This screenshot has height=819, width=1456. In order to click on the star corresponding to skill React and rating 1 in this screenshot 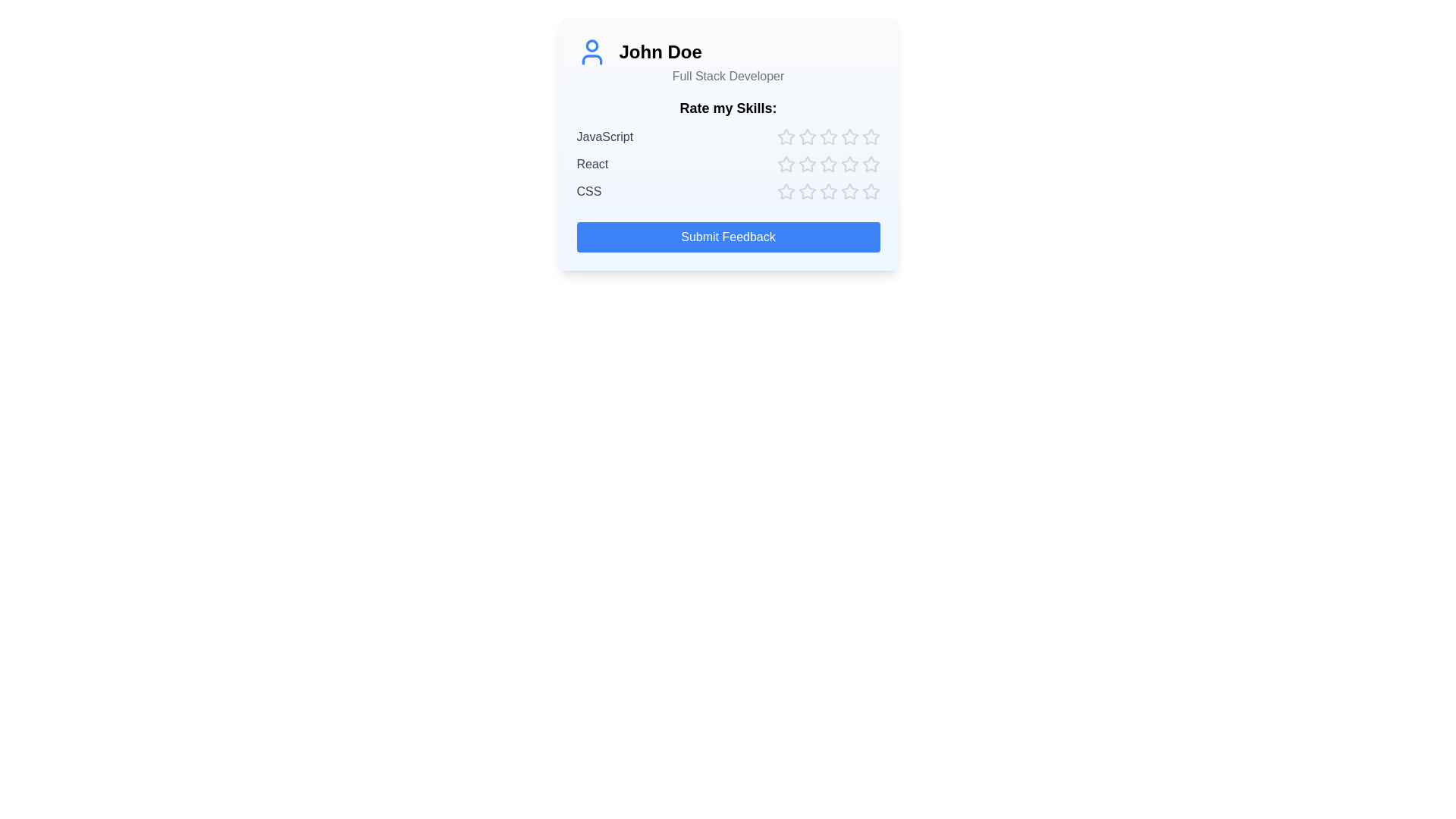, I will do `click(786, 164)`.